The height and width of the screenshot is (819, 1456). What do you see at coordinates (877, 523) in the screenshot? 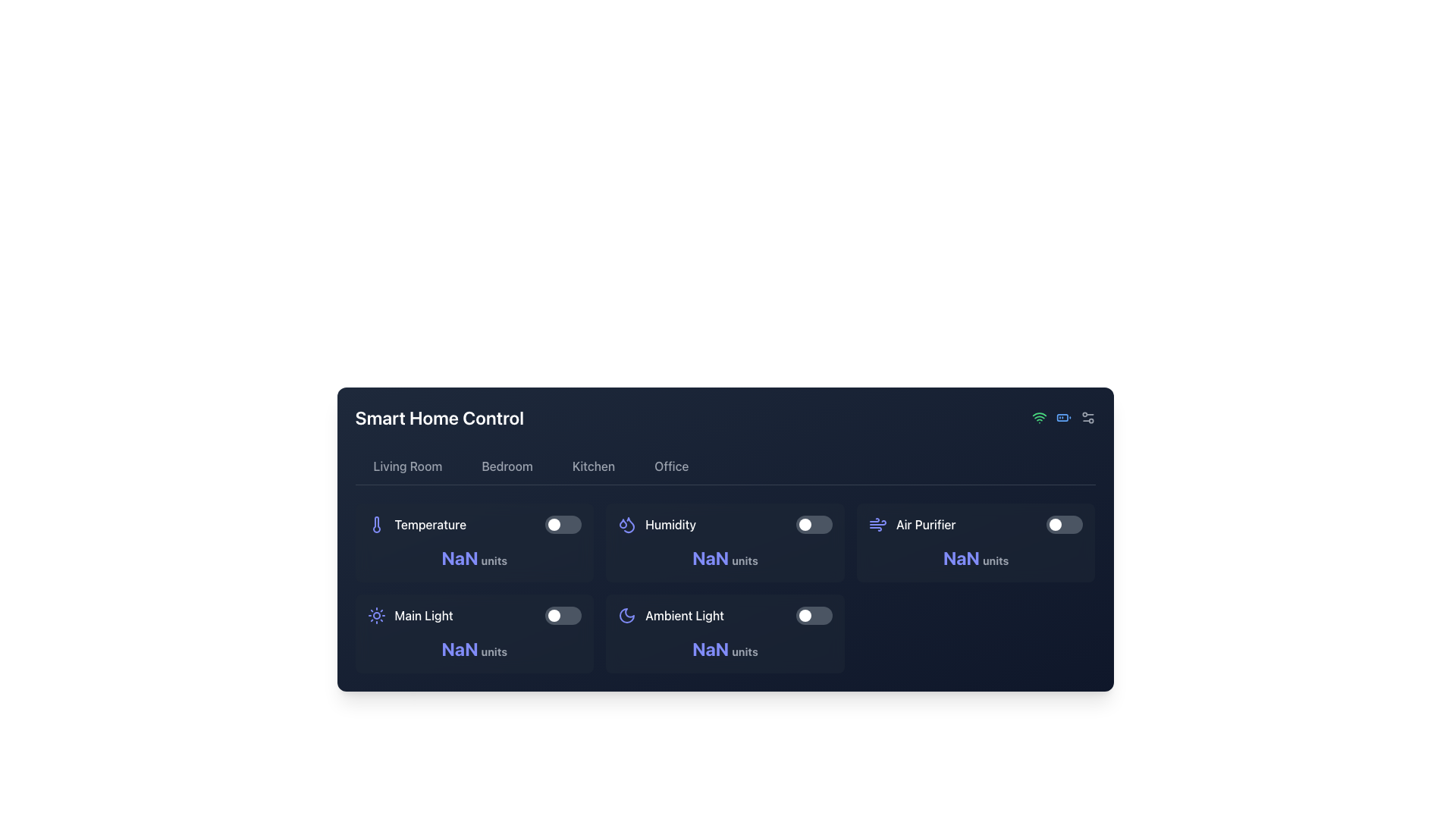
I see `the wind icon styled in light indigo located next to the 'Air Purifier' text in the 'Air Purifier' section of the card under 'Smart Home Control'` at bounding box center [877, 523].